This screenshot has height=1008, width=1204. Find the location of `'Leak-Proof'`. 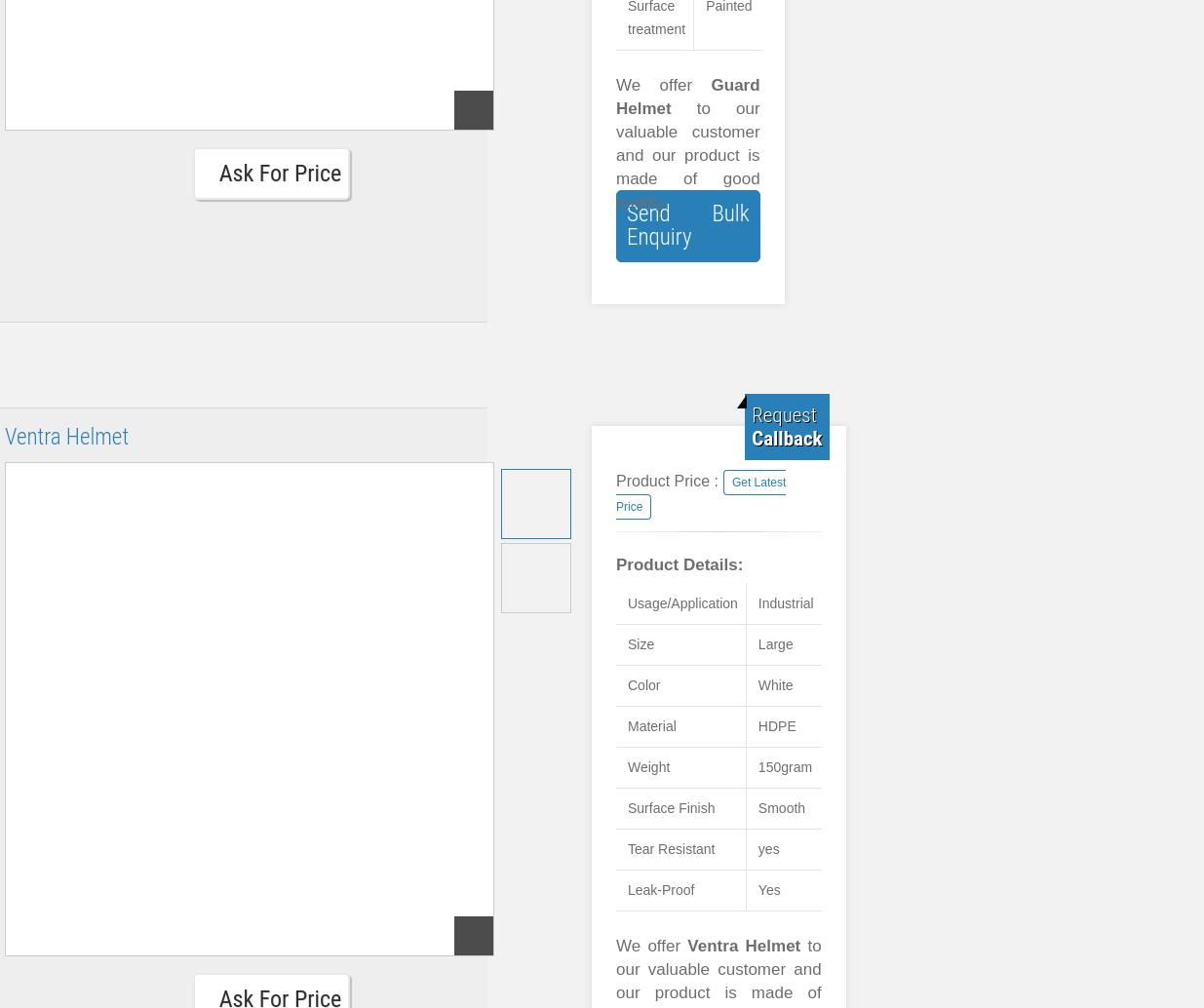

'Leak-Proof' is located at coordinates (661, 889).